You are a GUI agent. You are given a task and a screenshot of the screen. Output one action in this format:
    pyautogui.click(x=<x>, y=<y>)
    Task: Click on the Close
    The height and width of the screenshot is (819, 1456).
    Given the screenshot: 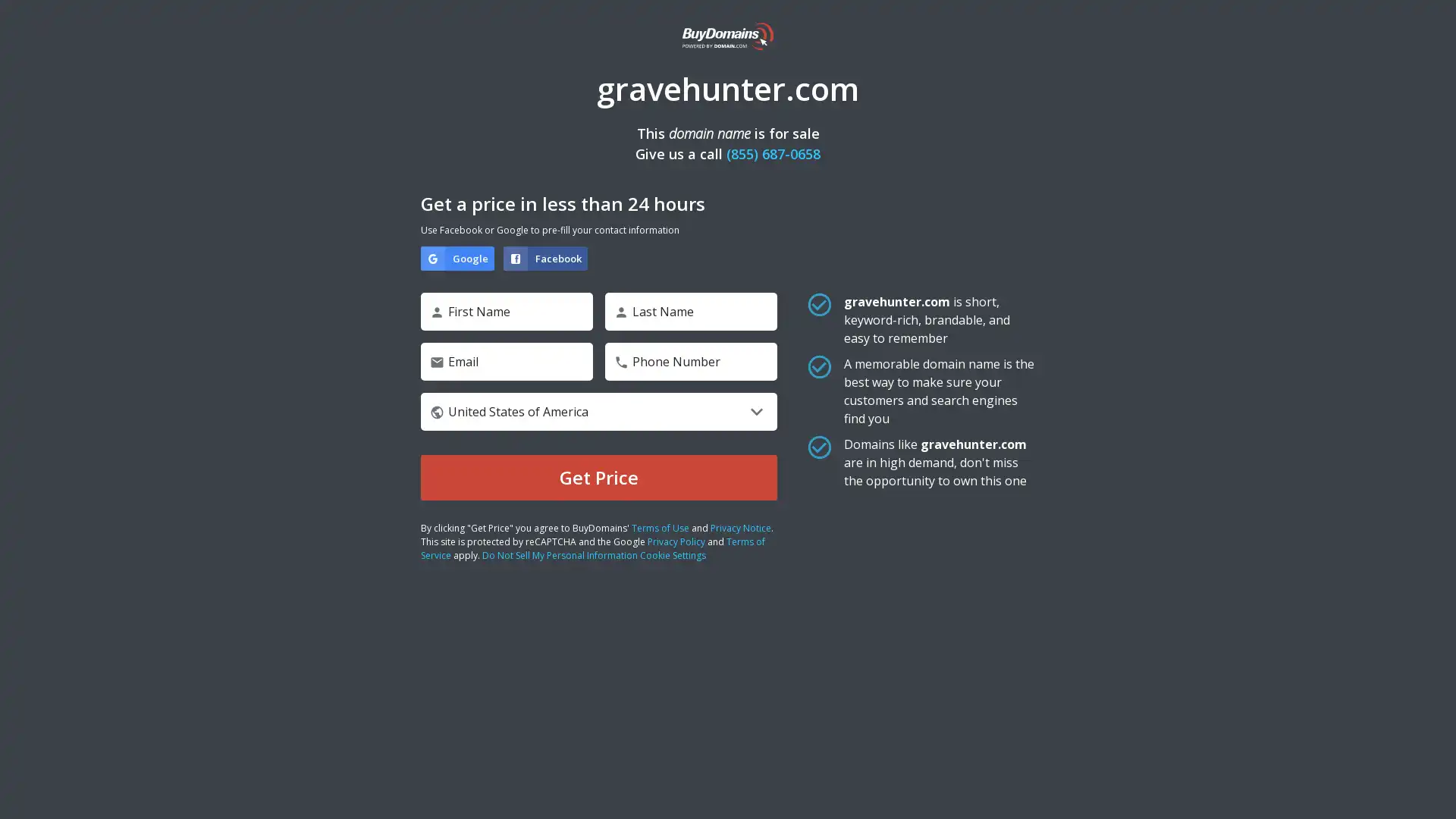 What is the action you would take?
    pyautogui.click(x=277, y=568)
    